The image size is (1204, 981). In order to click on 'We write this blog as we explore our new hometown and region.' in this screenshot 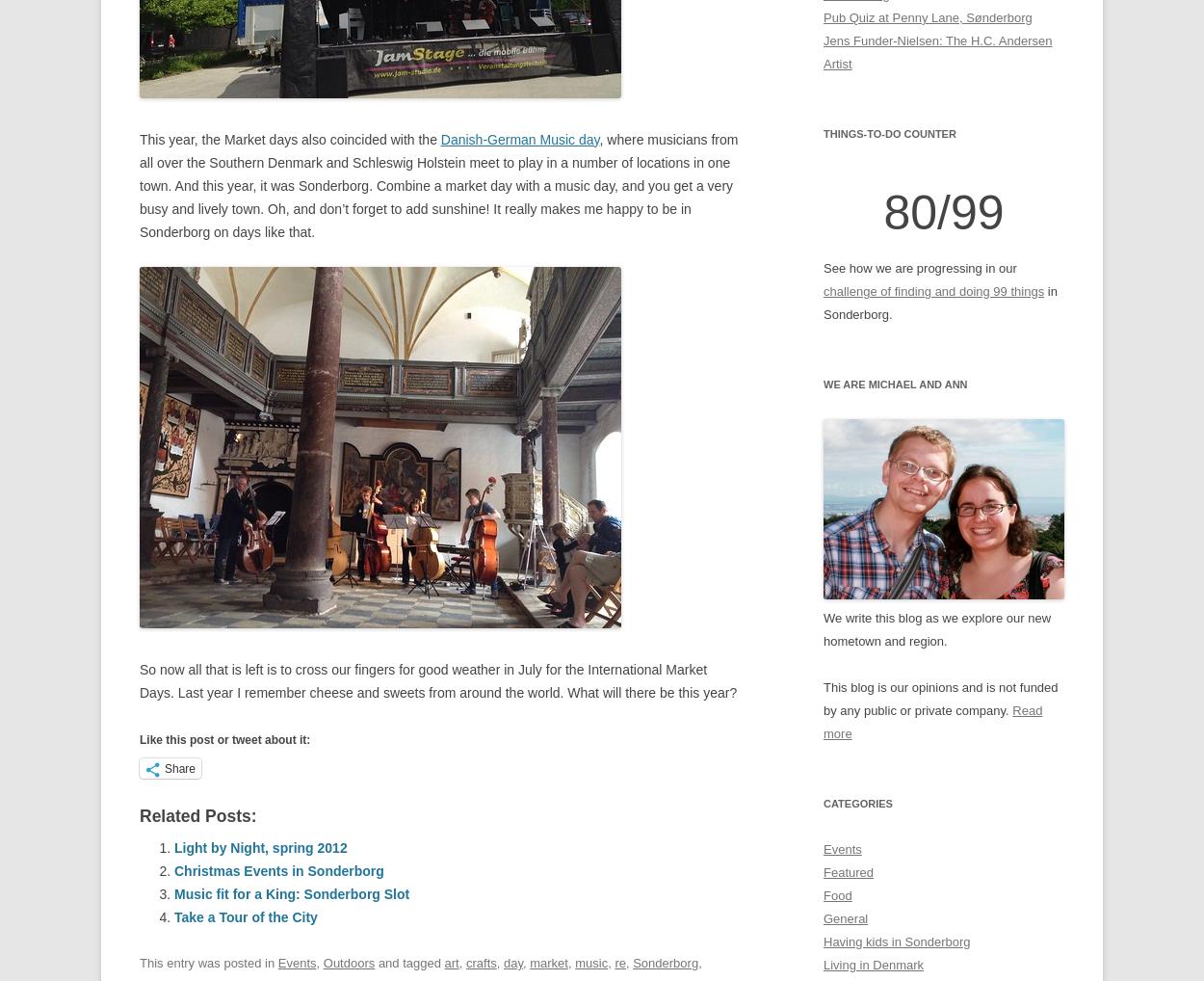, I will do `click(936, 627)`.